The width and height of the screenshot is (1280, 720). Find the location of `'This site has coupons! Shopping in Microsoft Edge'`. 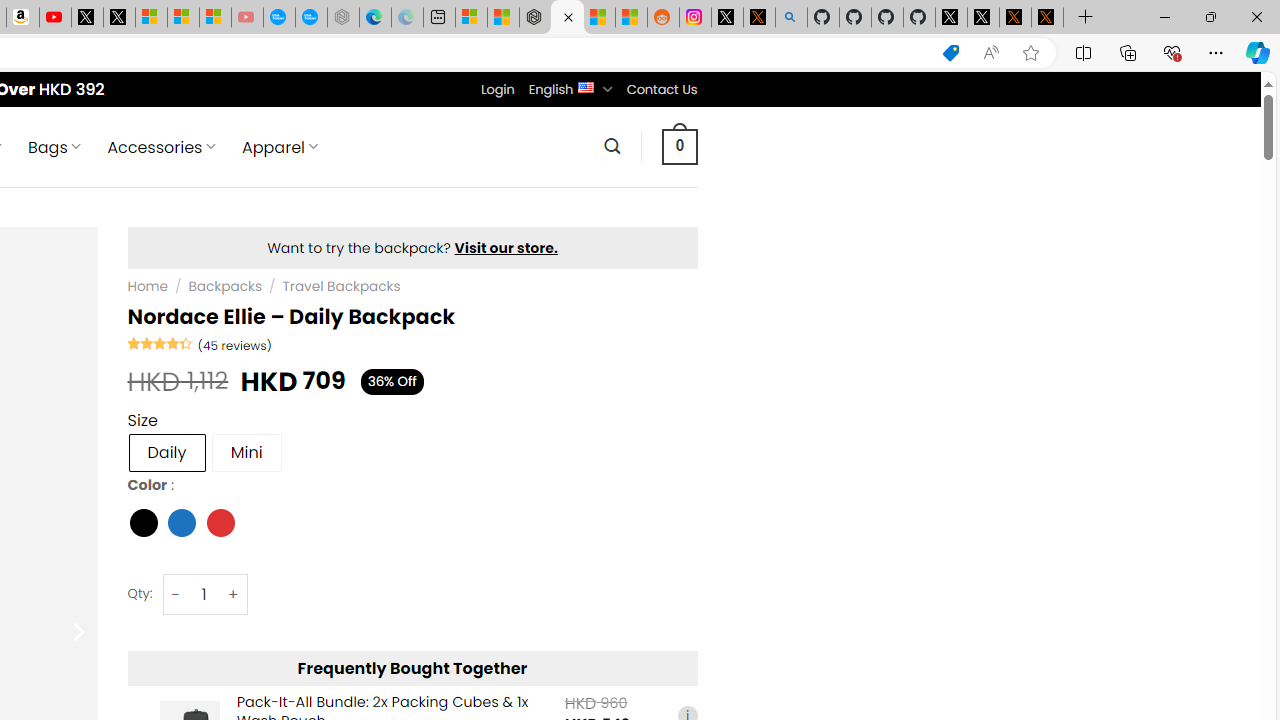

'This site has coupons! Shopping in Microsoft Edge' is located at coordinates (950, 52).